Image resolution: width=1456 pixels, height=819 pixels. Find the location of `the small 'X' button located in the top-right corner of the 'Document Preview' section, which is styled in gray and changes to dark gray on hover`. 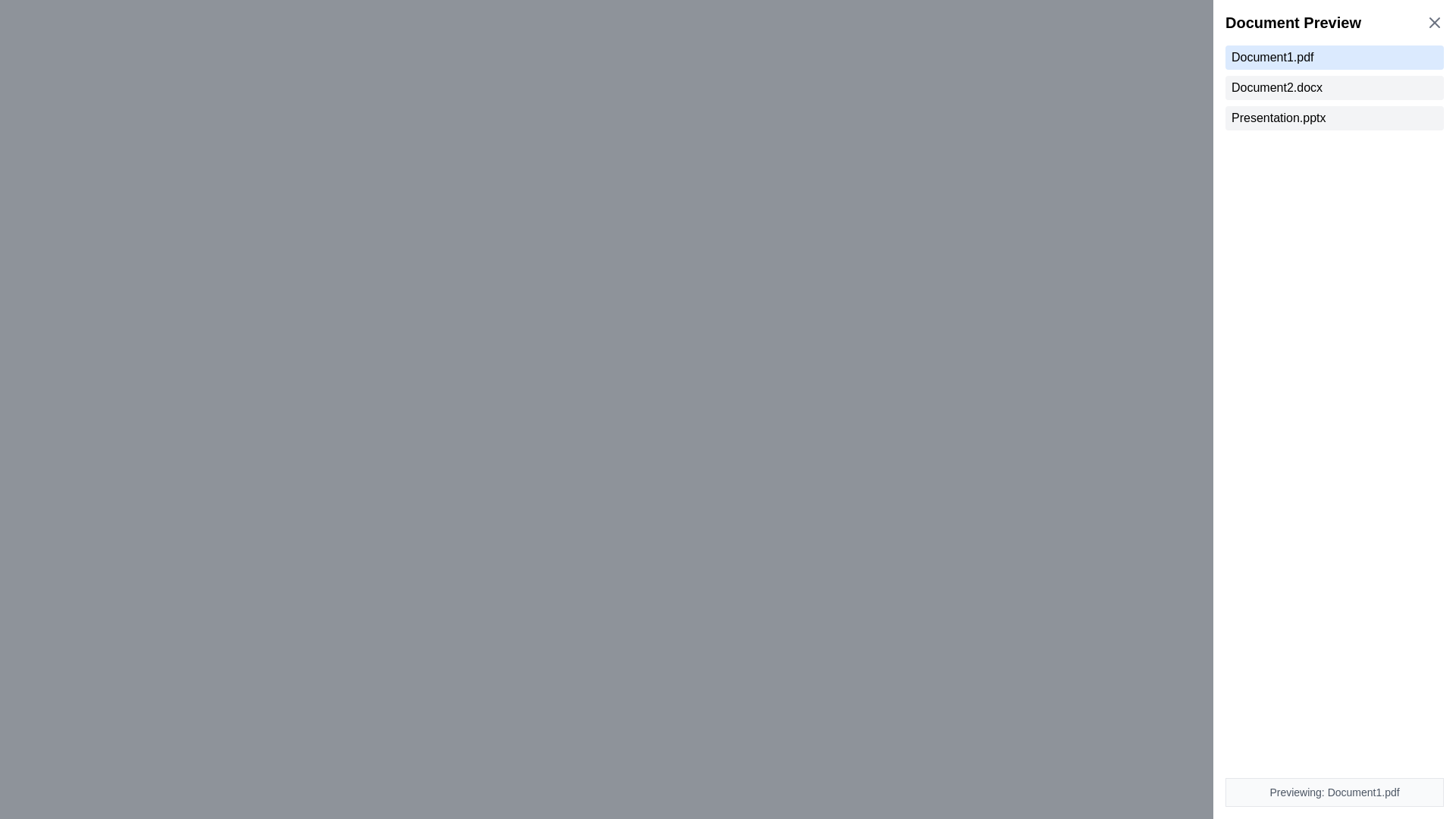

the small 'X' button located in the top-right corner of the 'Document Preview' section, which is styled in gray and changes to dark gray on hover is located at coordinates (1433, 23).